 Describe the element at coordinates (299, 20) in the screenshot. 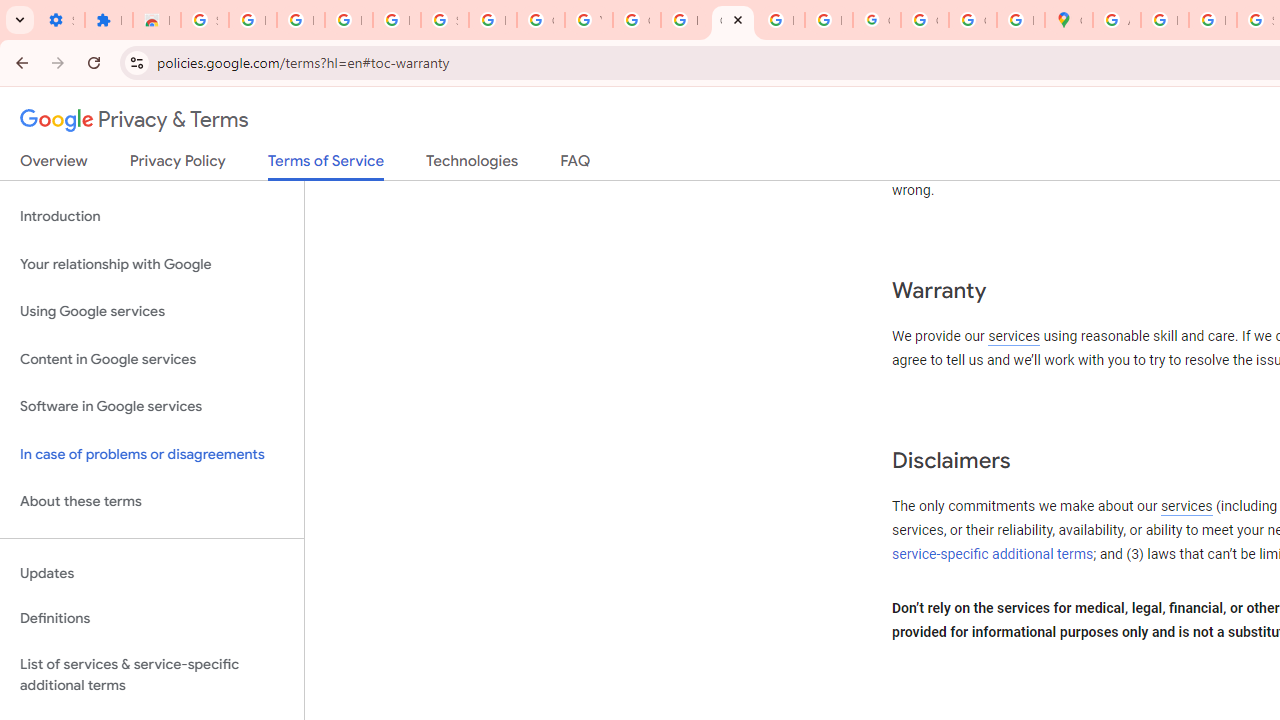

I see `'Delete photos & videos - Computer - Google Photos Help'` at that location.